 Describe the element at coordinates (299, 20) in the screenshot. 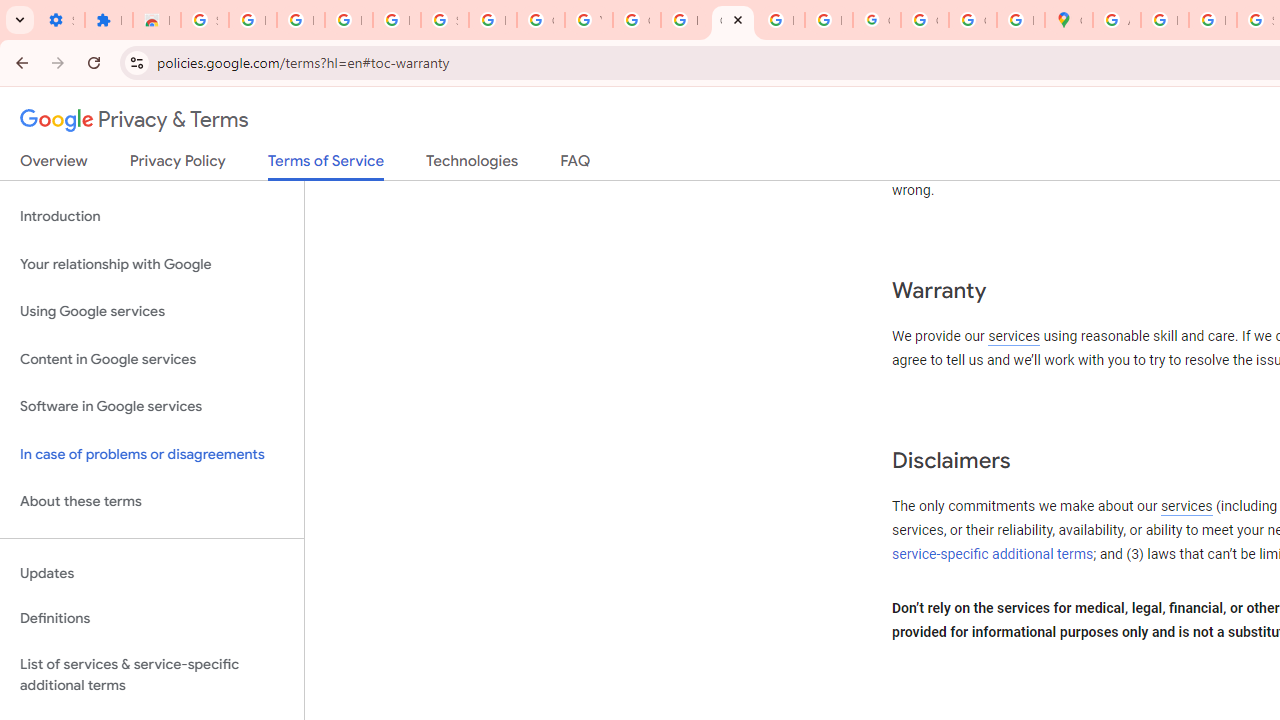

I see `'Delete photos & videos - Computer - Google Photos Help'` at that location.